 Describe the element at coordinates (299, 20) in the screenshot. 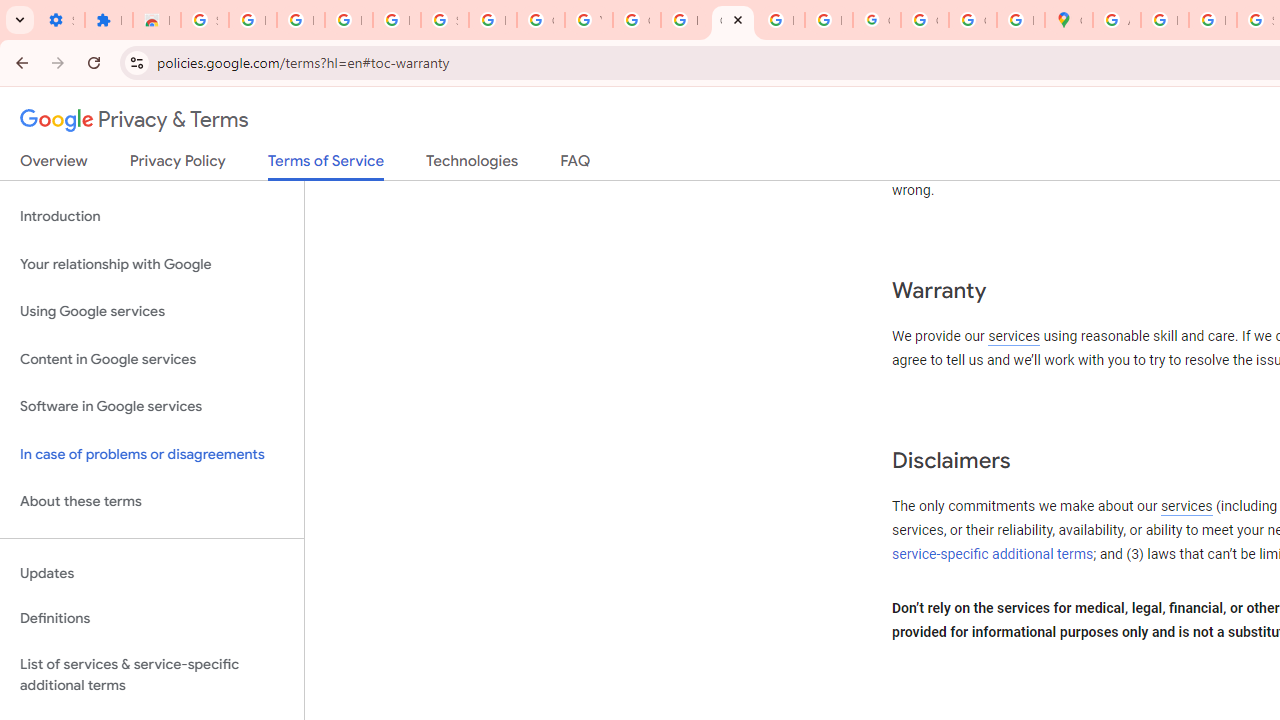

I see `'Delete photos & videos - Computer - Google Photos Help'` at that location.